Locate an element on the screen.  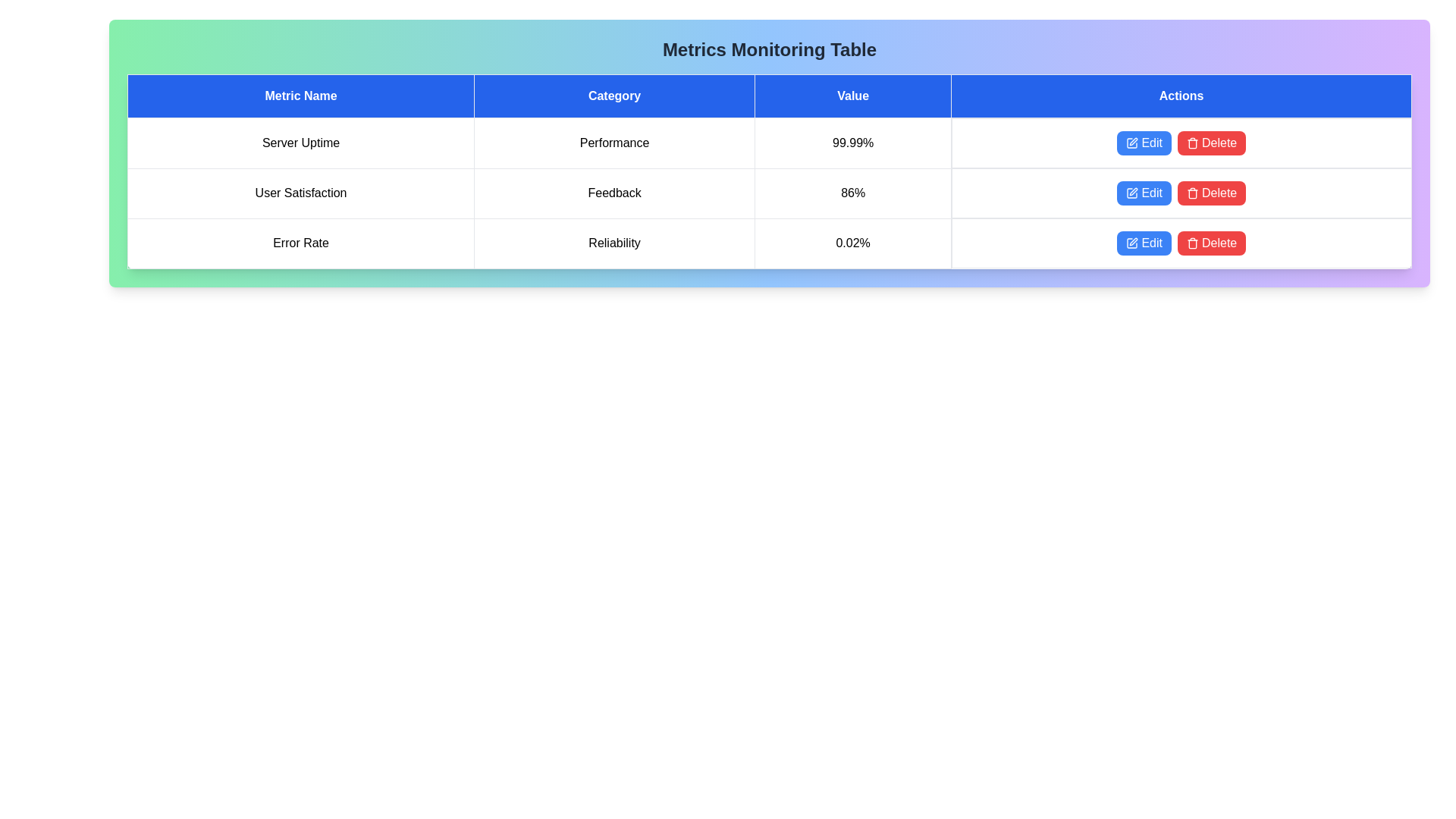
the table header Category to sort or interact with it is located at coordinates (615, 96).